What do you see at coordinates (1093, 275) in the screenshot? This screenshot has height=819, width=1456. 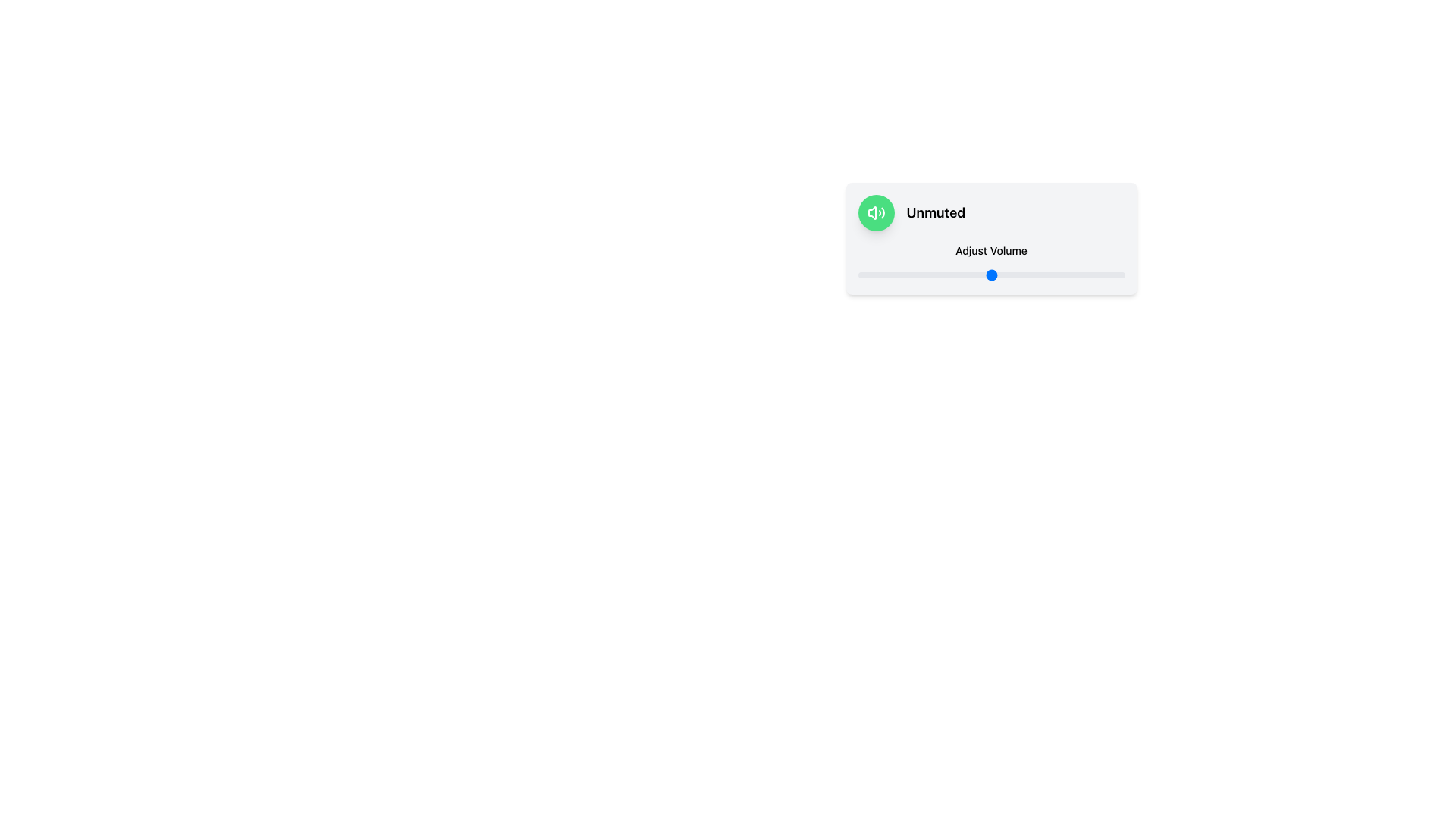 I see `the volume` at bounding box center [1093, 275].